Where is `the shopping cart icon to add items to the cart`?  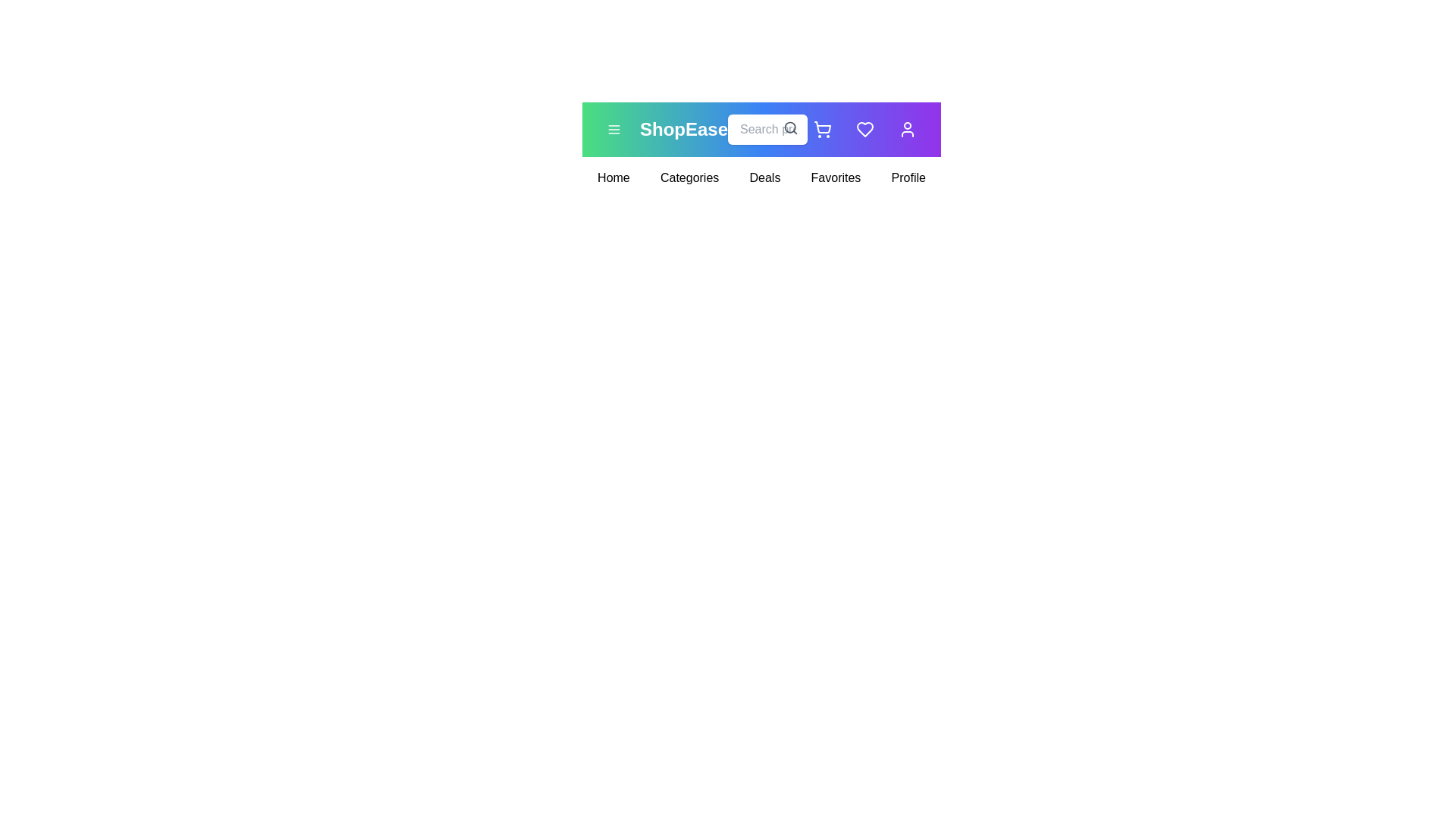 the shopping cart icon to add items to the cart is located at coordinates (821, 128).